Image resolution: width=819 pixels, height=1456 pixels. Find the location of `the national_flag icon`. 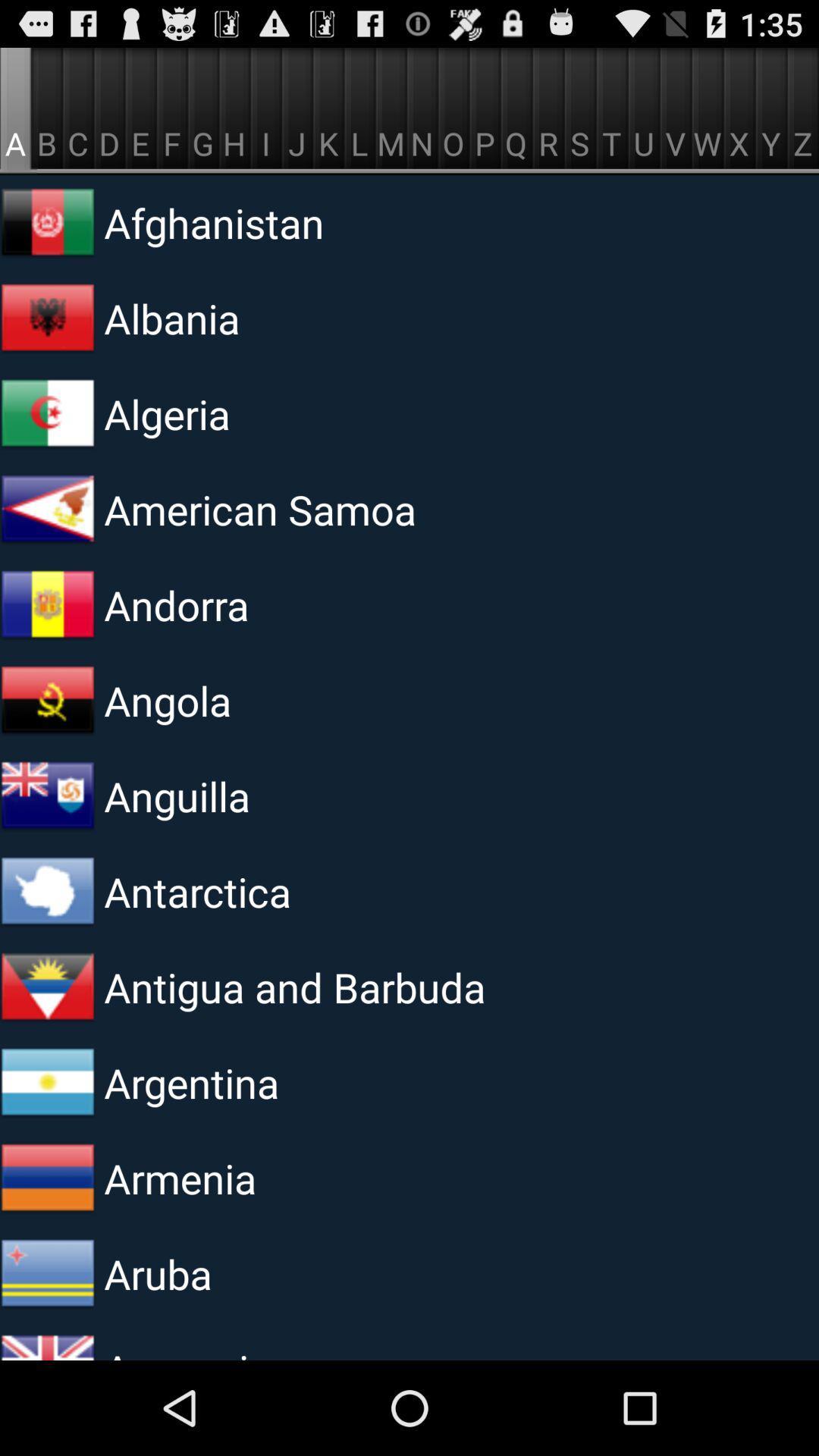

the national_flag icon is located at coordinates (46, 852).